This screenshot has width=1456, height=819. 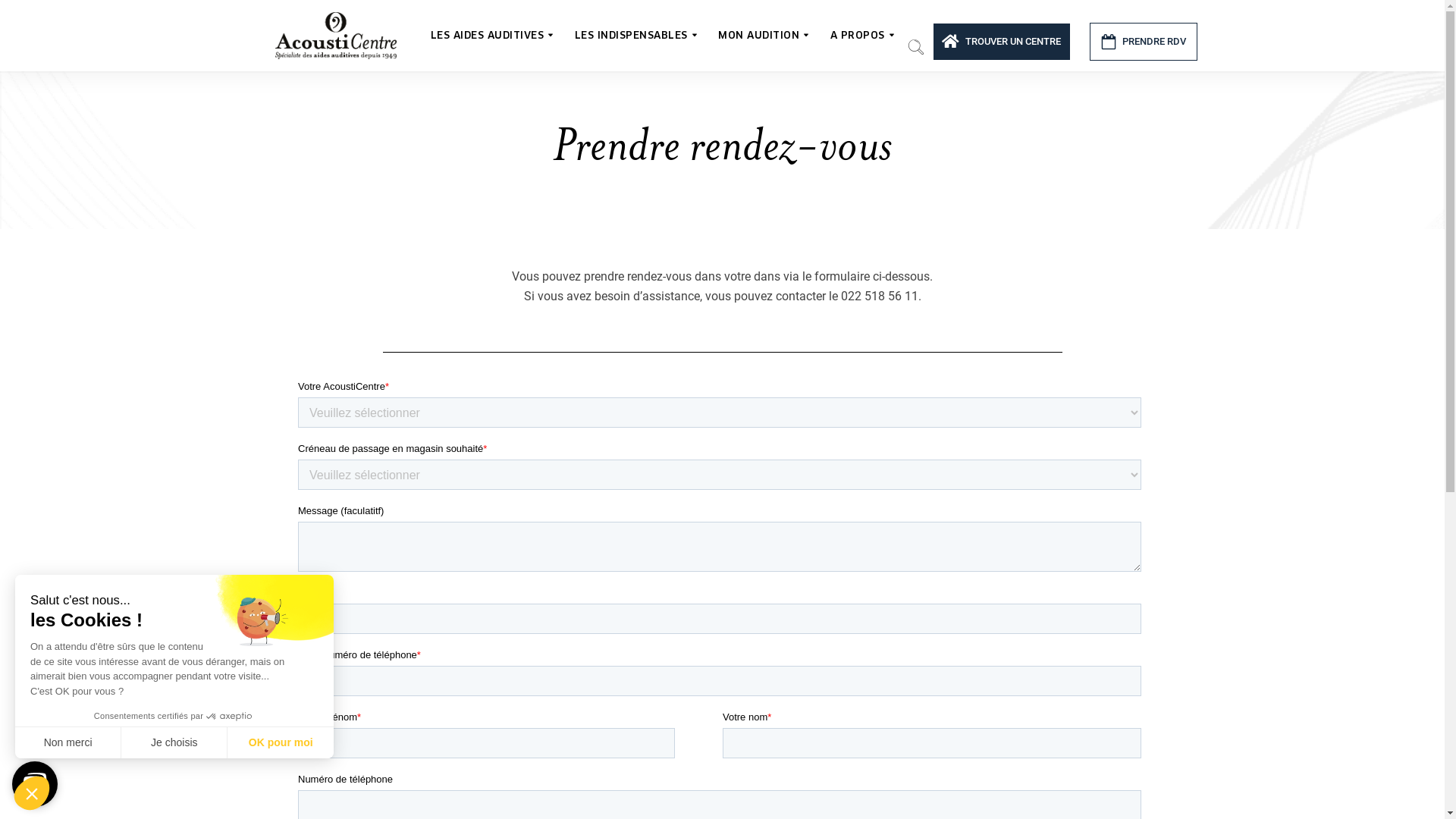 What do you see at coordinates (634, 34) in the screenshot?
I see `'LES INDISPENSABLES'` at bounding box center [634, 34].